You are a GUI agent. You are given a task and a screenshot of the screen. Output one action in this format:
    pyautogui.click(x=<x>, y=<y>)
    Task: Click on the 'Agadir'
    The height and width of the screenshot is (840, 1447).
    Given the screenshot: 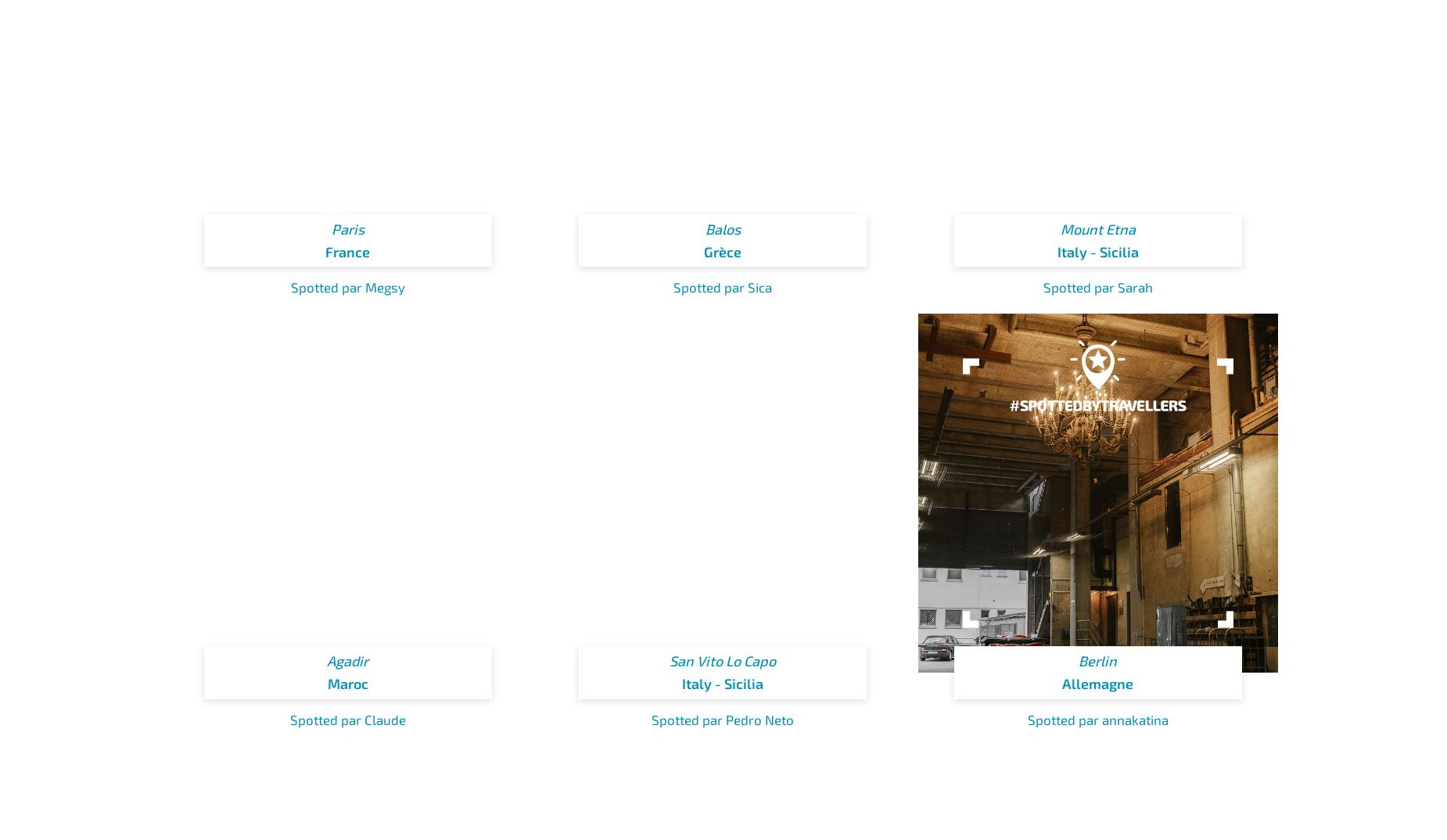 What is the action you would take?
    pyautogui.click(x=346, y=661)
    